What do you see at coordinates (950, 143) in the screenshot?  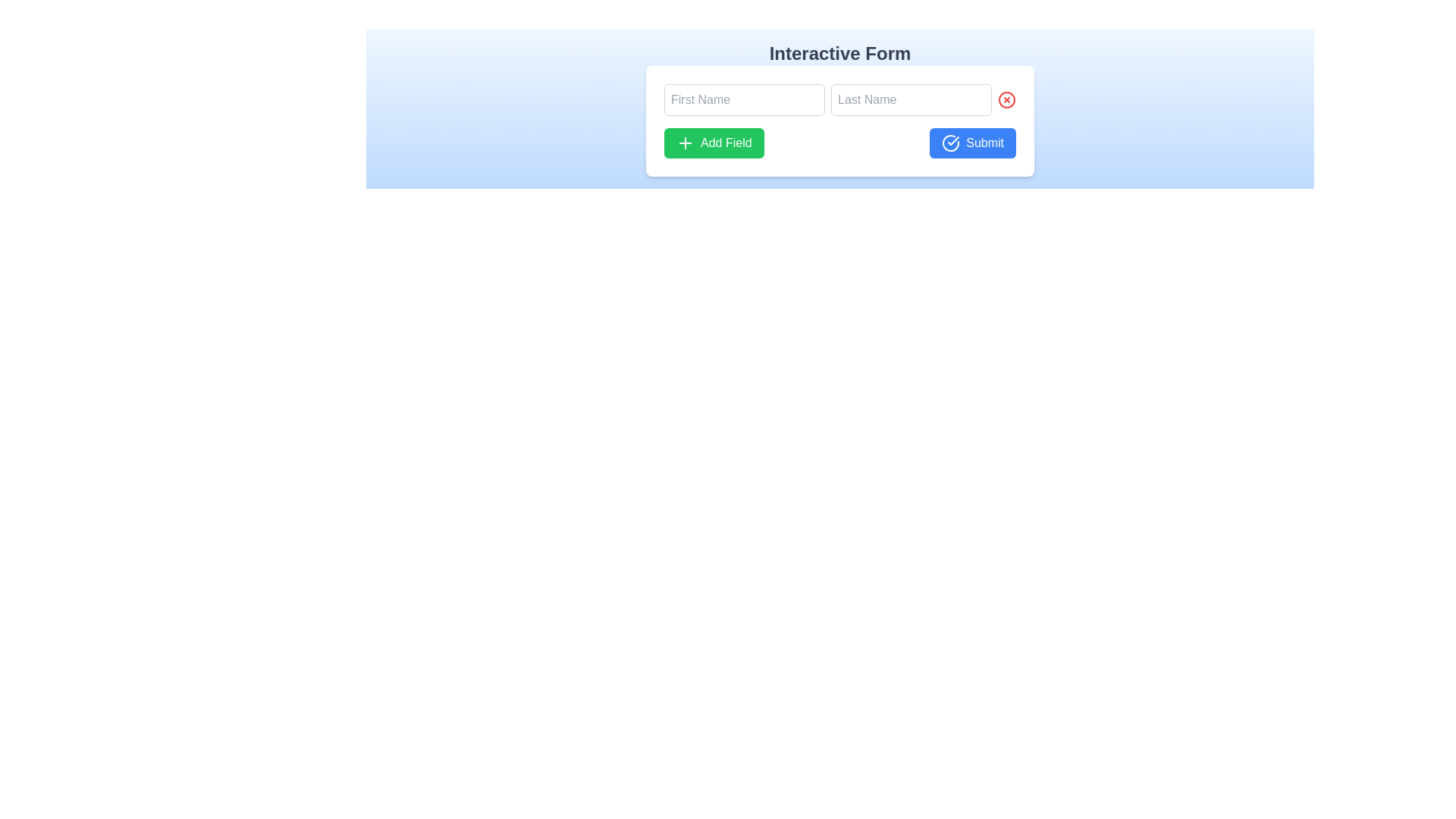 I see `the confirmation icon located on the left side of the 'Submit' text within the 'Submit' button` at bounding box center [950, 143].